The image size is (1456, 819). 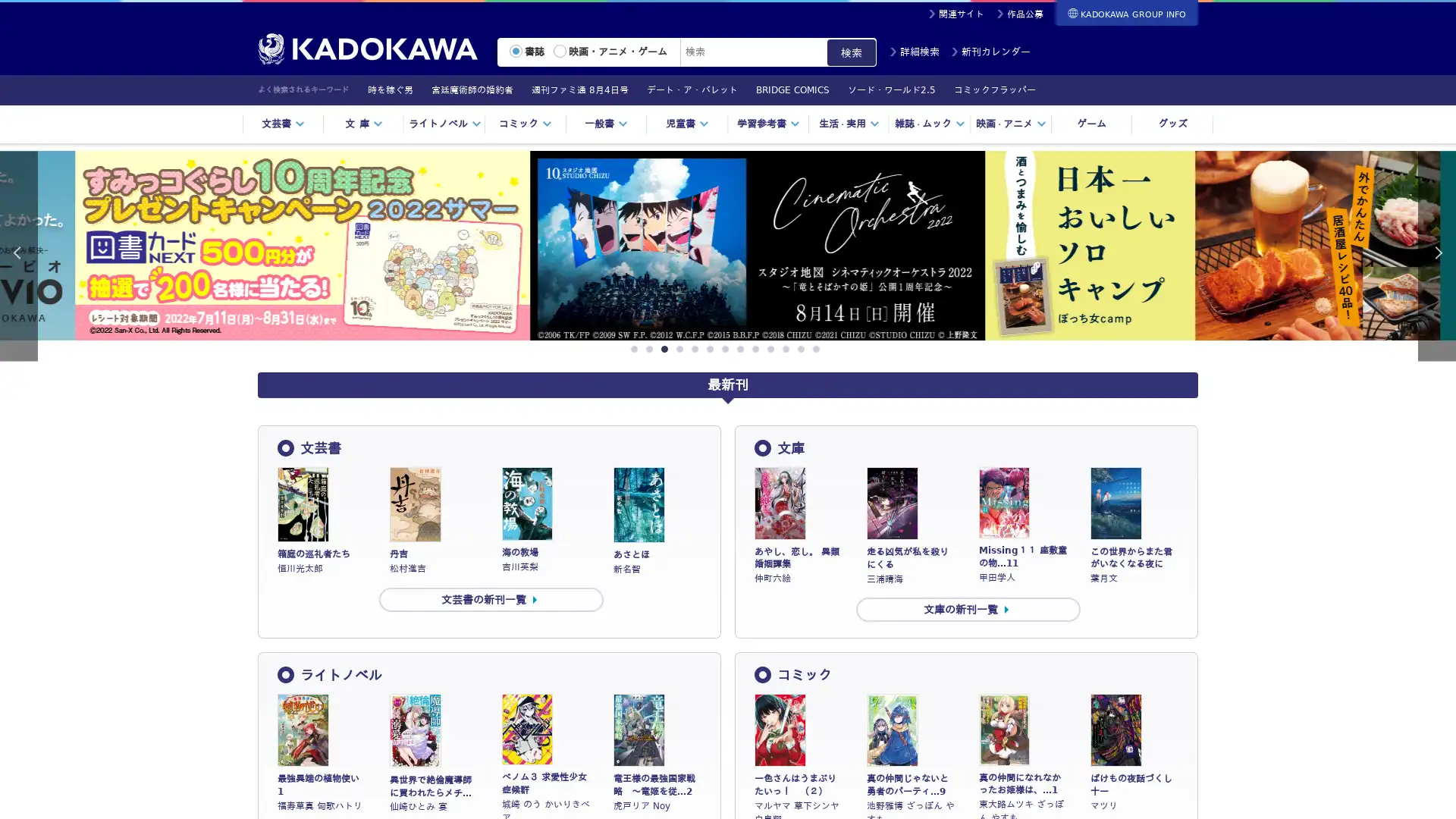 I want to click on 13, so click(x=818, y=350).